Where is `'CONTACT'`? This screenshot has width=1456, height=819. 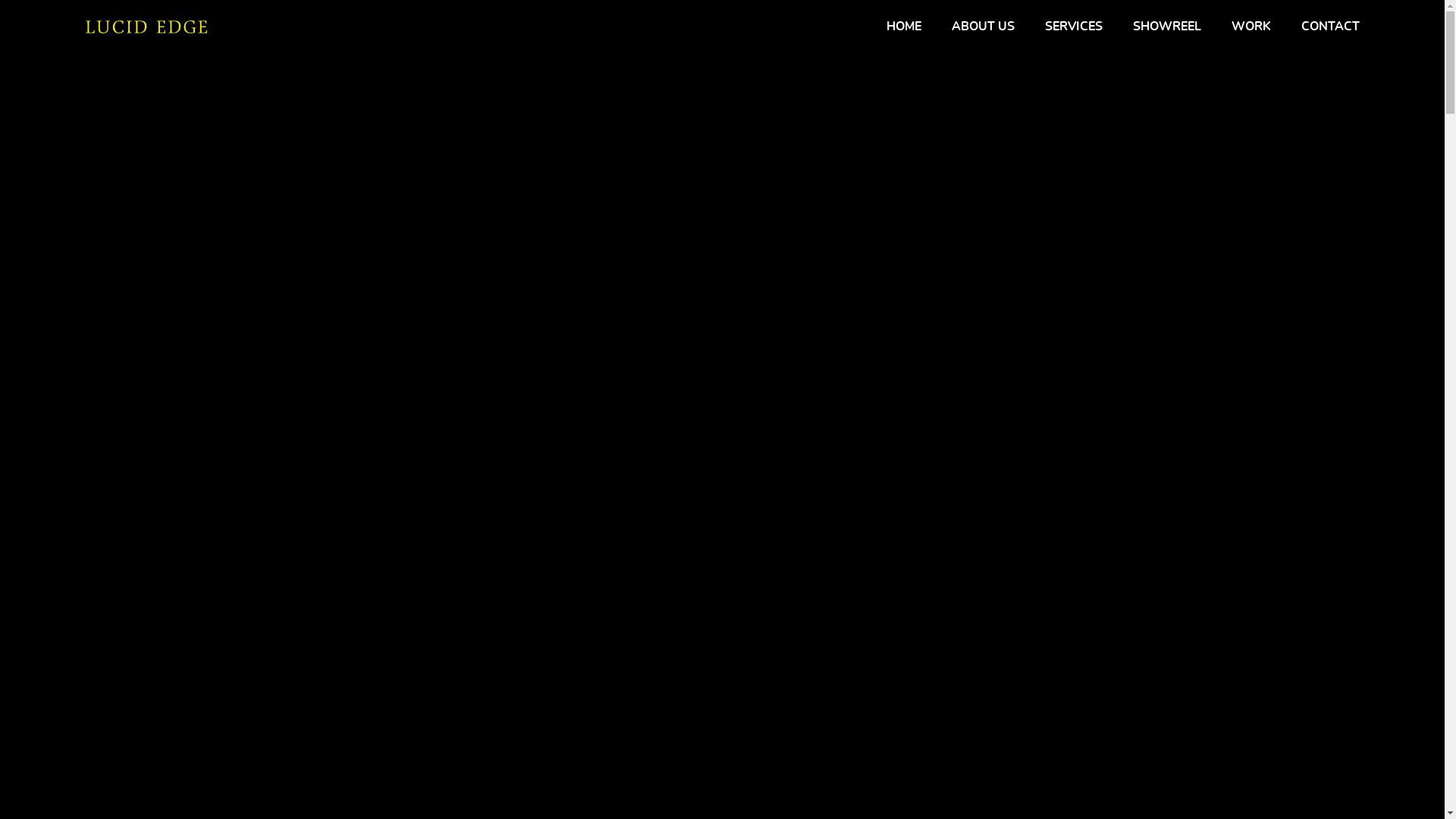
'CONTACT' is located at coordinates (1301, 27).